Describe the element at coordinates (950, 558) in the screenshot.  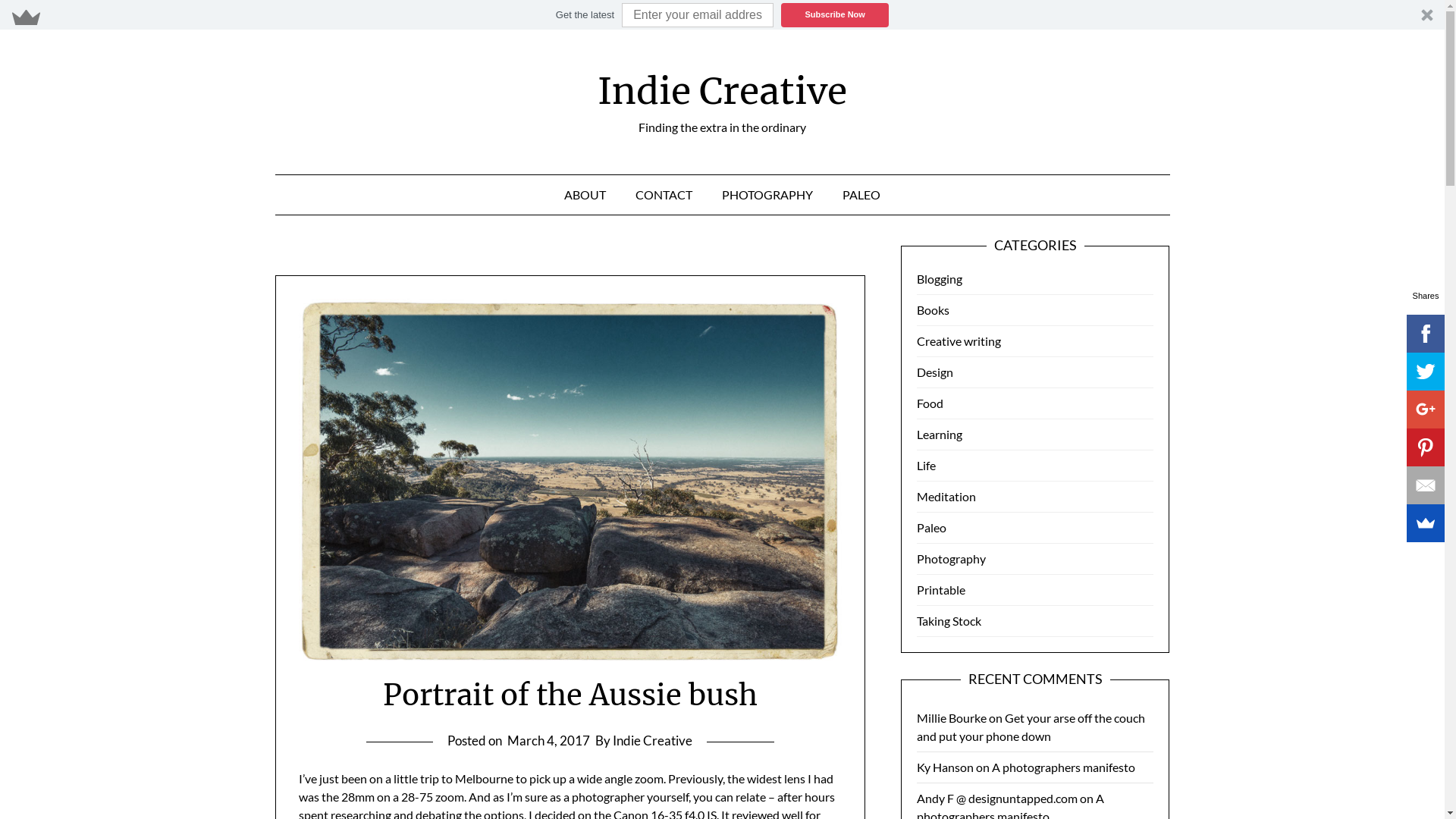
I see `'Photography'` at that location.